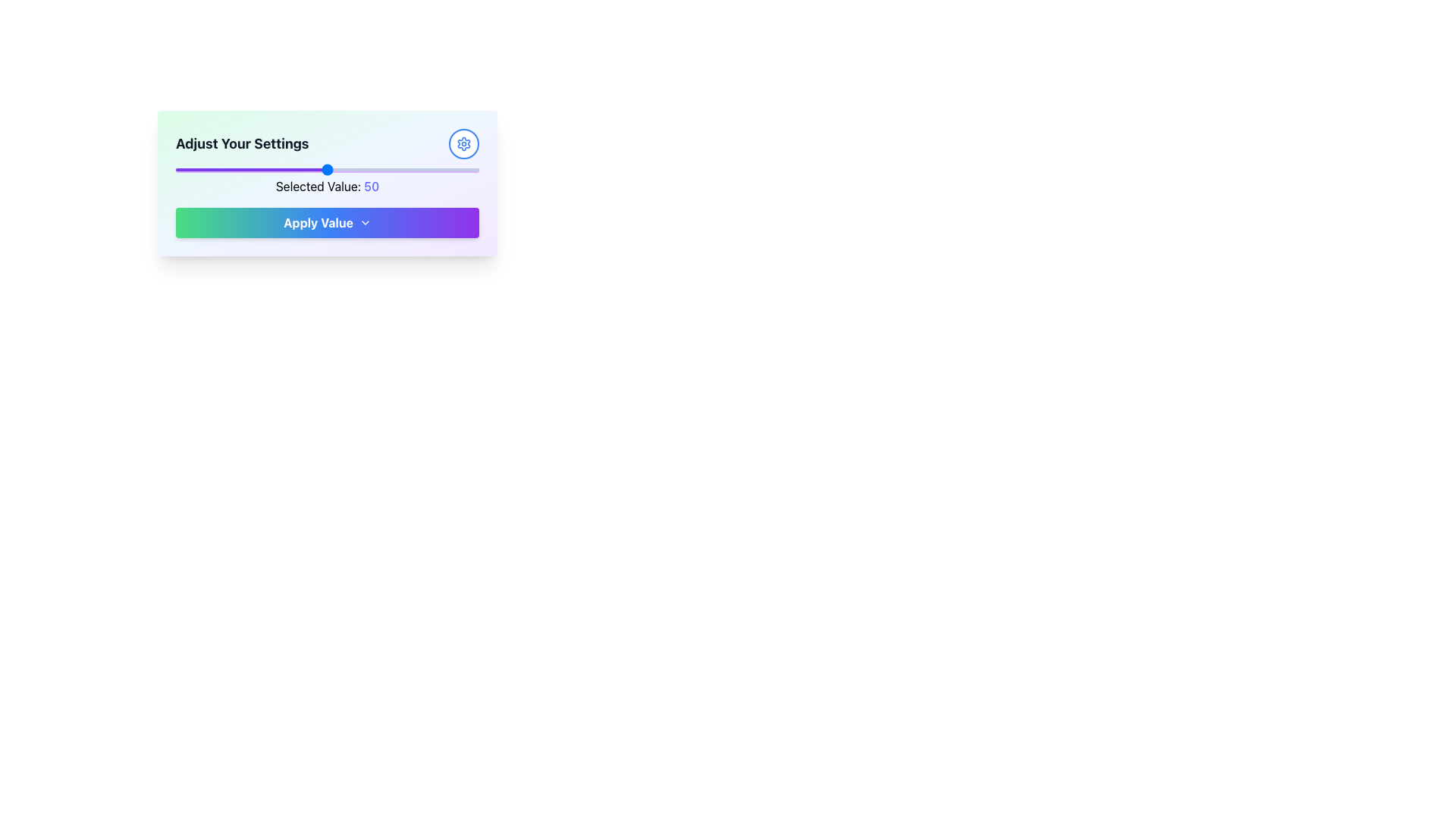  What do you see at coordinates (365, 222) in the screenshot?
I see `the chevron icon located to the left of the 'Apply Value' button's right edge, which indicates expandable content or dropdown action` at bounding box center [365, 222].